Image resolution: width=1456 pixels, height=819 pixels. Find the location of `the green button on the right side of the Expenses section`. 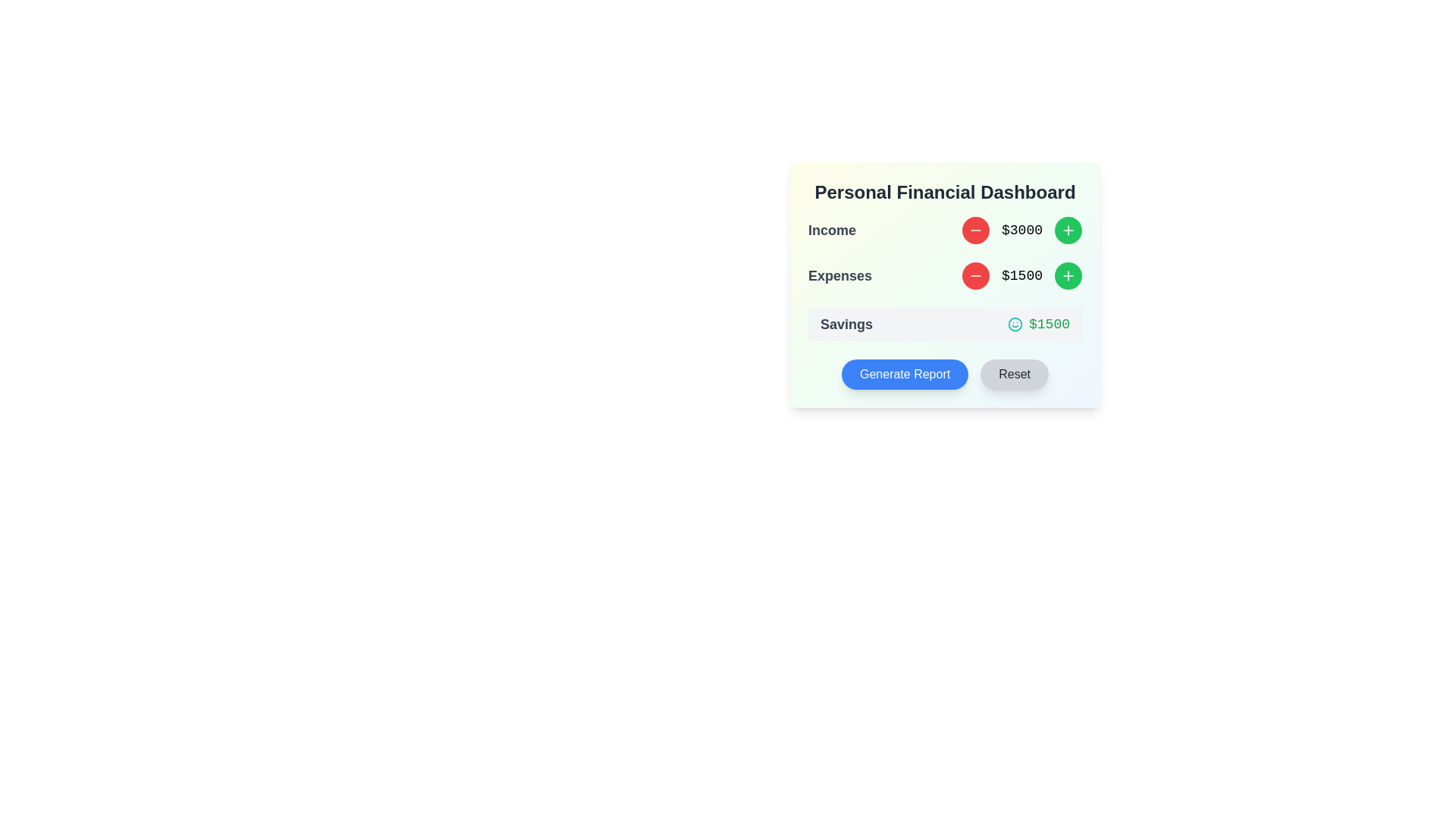

the green button on the right side of the Expenses section is located at coordinates (1068, 231).